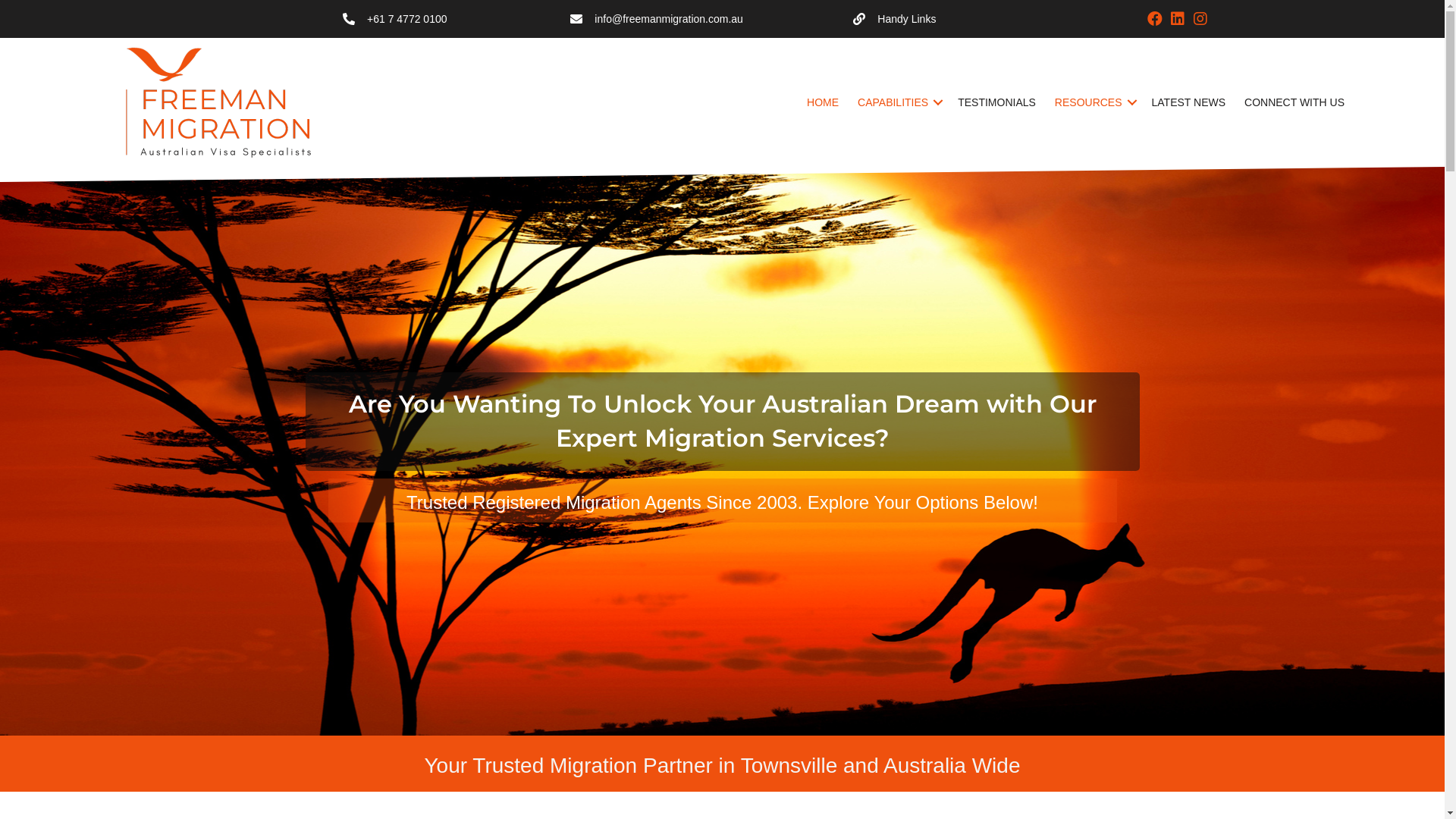  I want to click on 'Handy Links', so click(852, 18).